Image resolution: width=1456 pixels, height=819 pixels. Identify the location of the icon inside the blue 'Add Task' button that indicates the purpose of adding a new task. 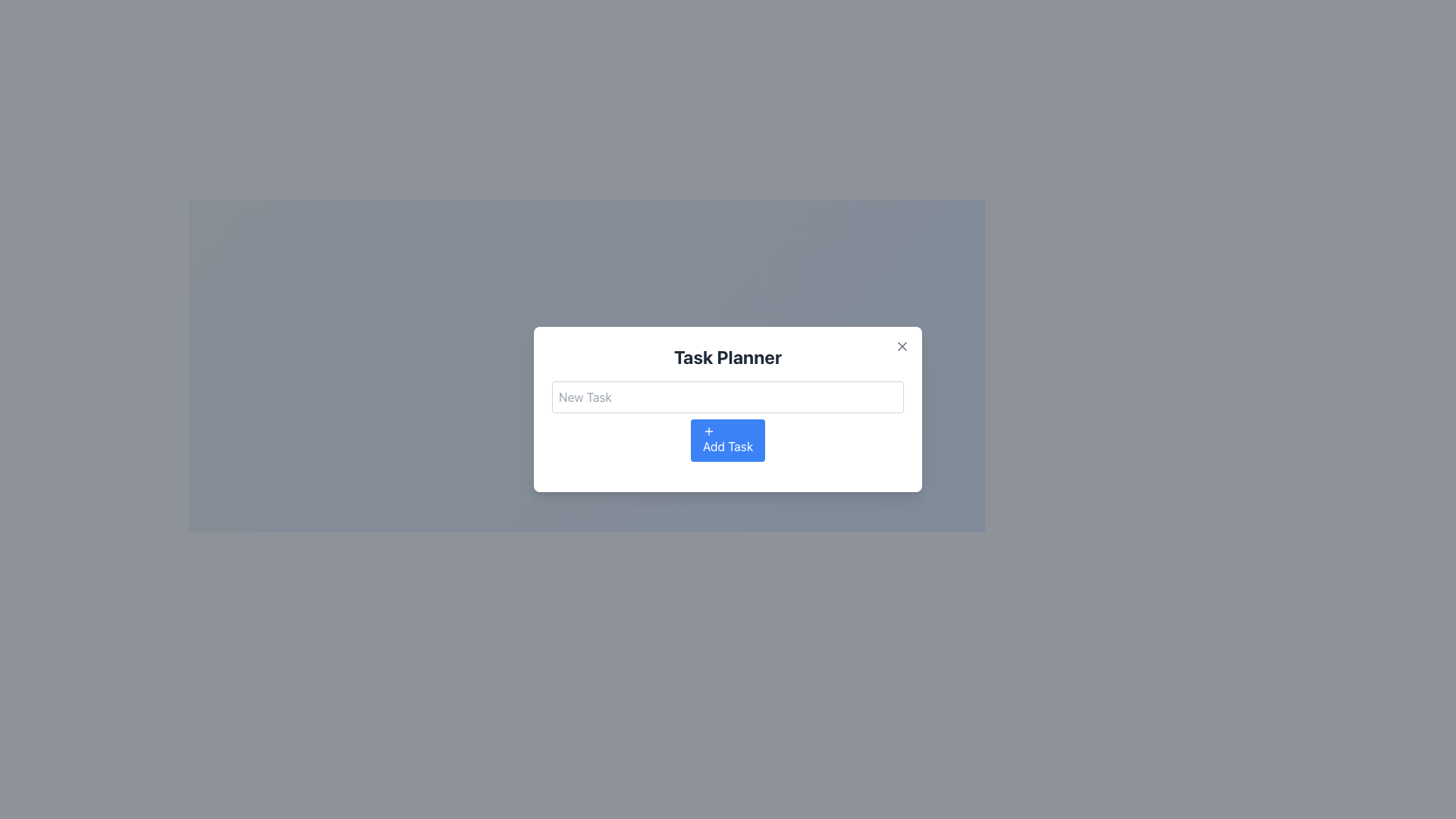
(708, 431).